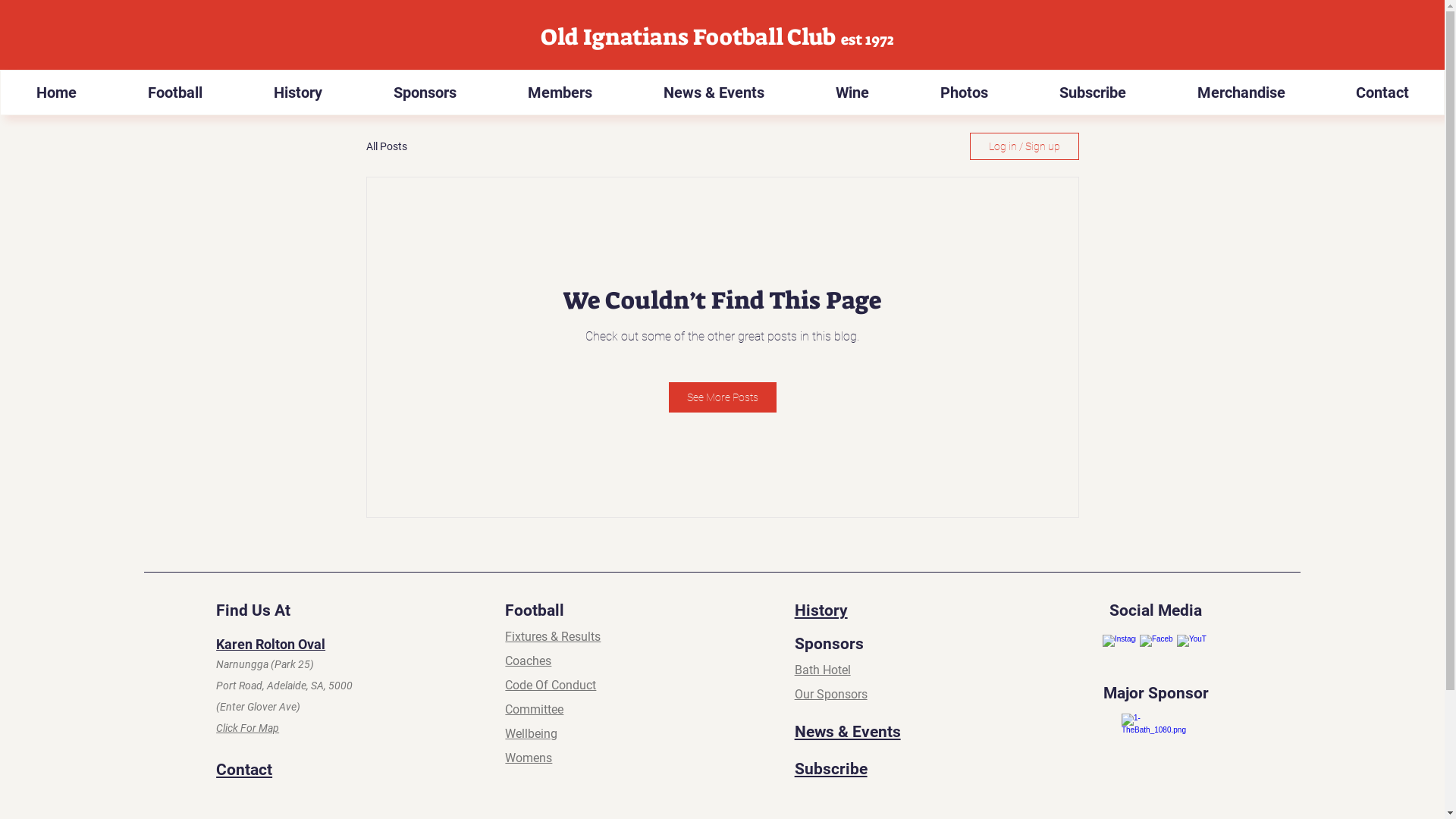 This screenshot has width=1456, height=819. I want to click on 'All Posts', so click(365, 146).